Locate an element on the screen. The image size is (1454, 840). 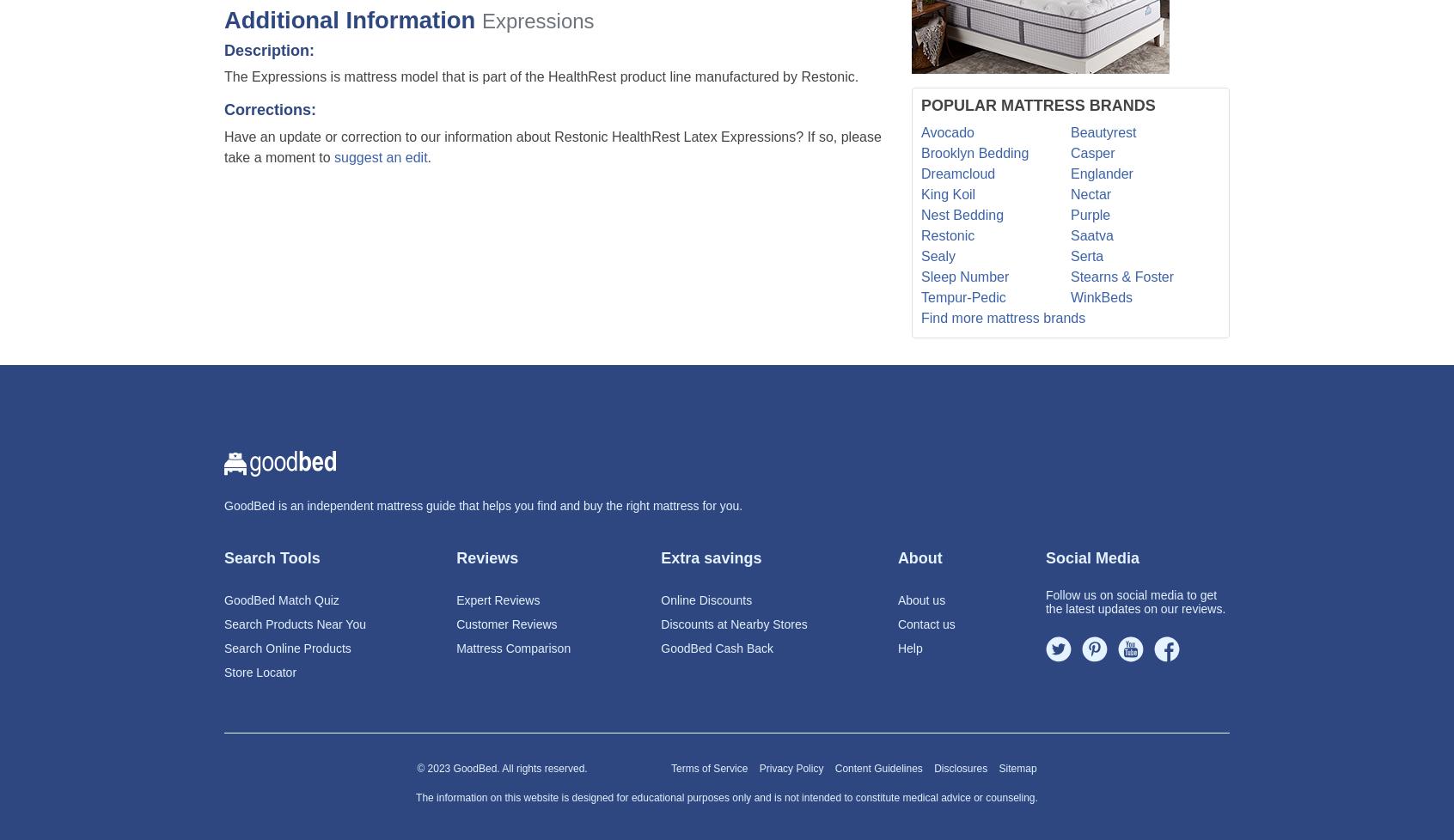
'Sealy' is located at coordinates (938, 254).